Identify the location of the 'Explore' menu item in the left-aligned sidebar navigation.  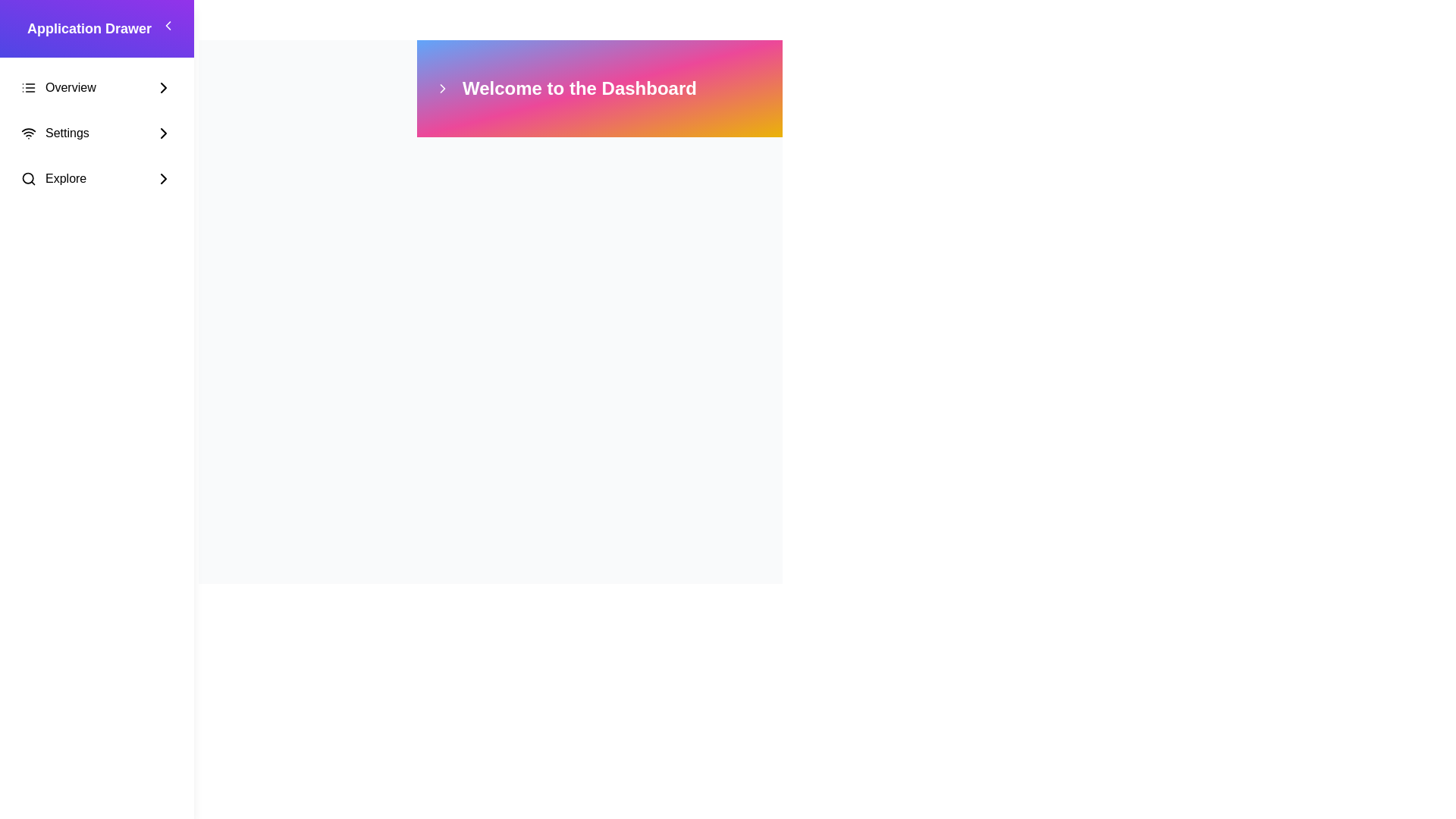
(96, 177).